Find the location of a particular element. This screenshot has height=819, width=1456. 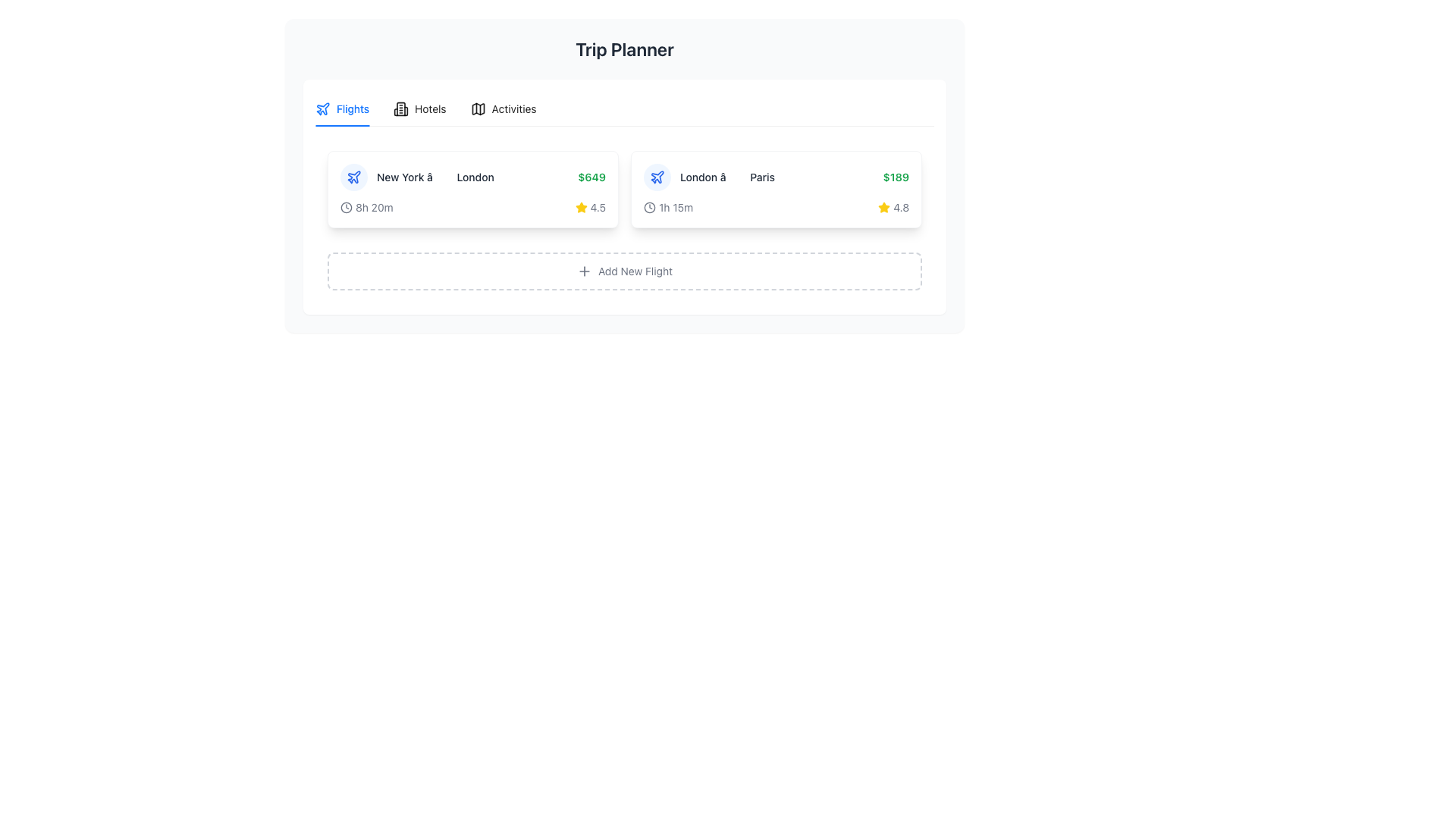

the Star Icon, which indicates a rating for the trip from London to Paris, adjacent to the rating text '4.8' is located at coordinates (884, 207).